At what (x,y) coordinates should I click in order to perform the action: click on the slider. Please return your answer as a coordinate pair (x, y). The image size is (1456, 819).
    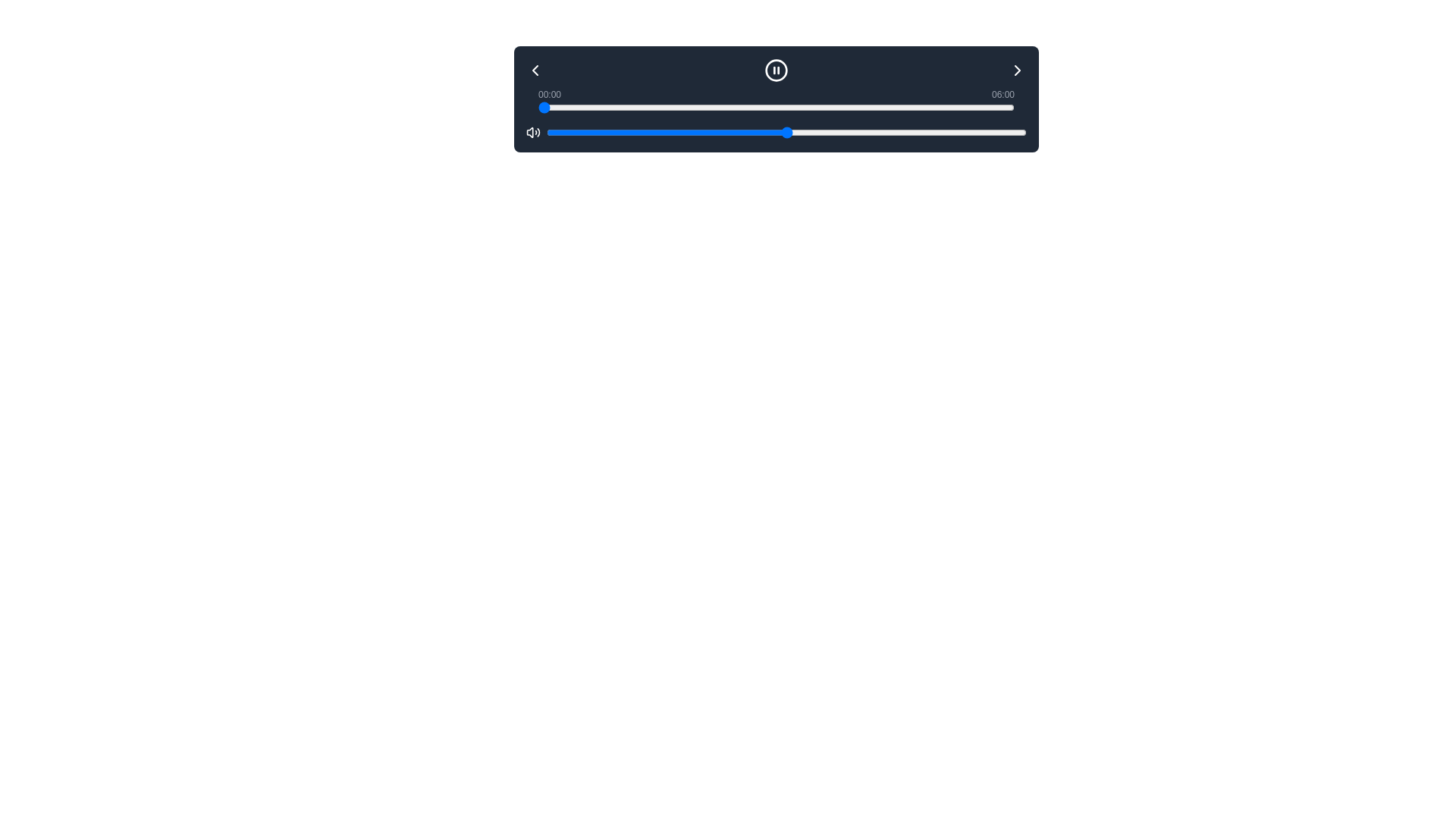
    Looking at the image, I should click on (671, 107).